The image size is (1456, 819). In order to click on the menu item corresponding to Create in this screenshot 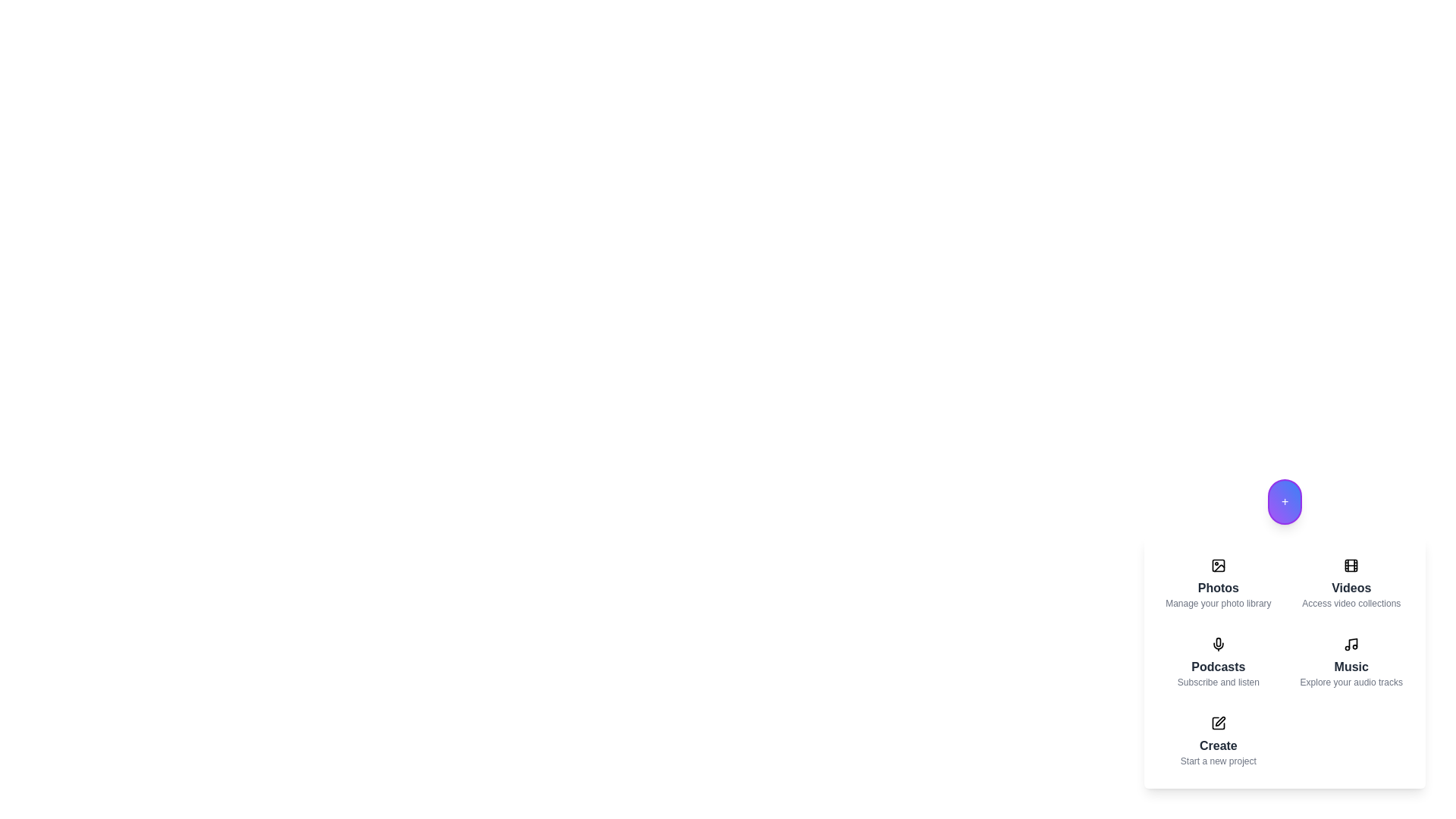, I will do `click(1218, 741)`.